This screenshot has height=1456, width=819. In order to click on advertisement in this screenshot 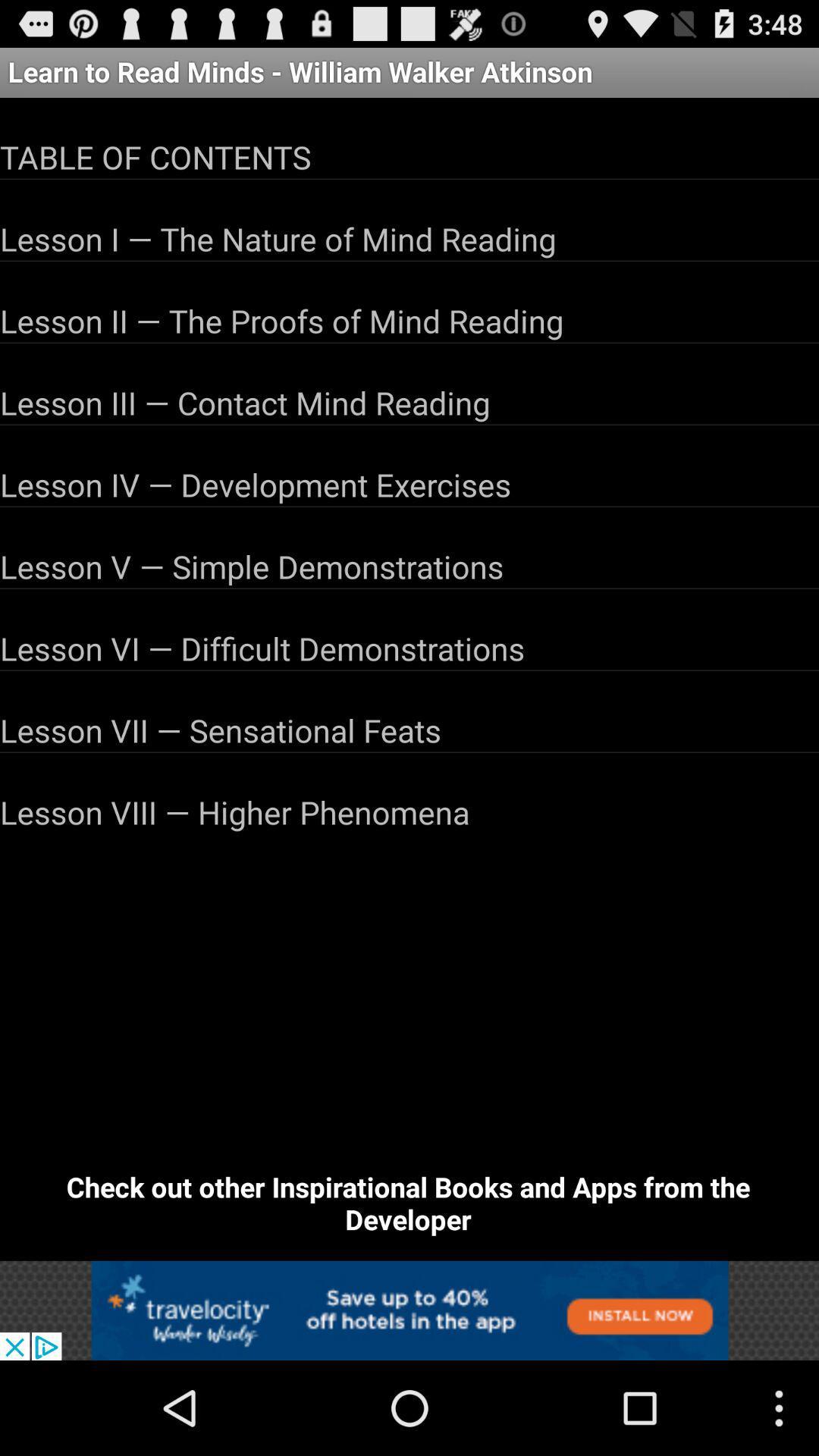, I will do `click(409, 1310)`.